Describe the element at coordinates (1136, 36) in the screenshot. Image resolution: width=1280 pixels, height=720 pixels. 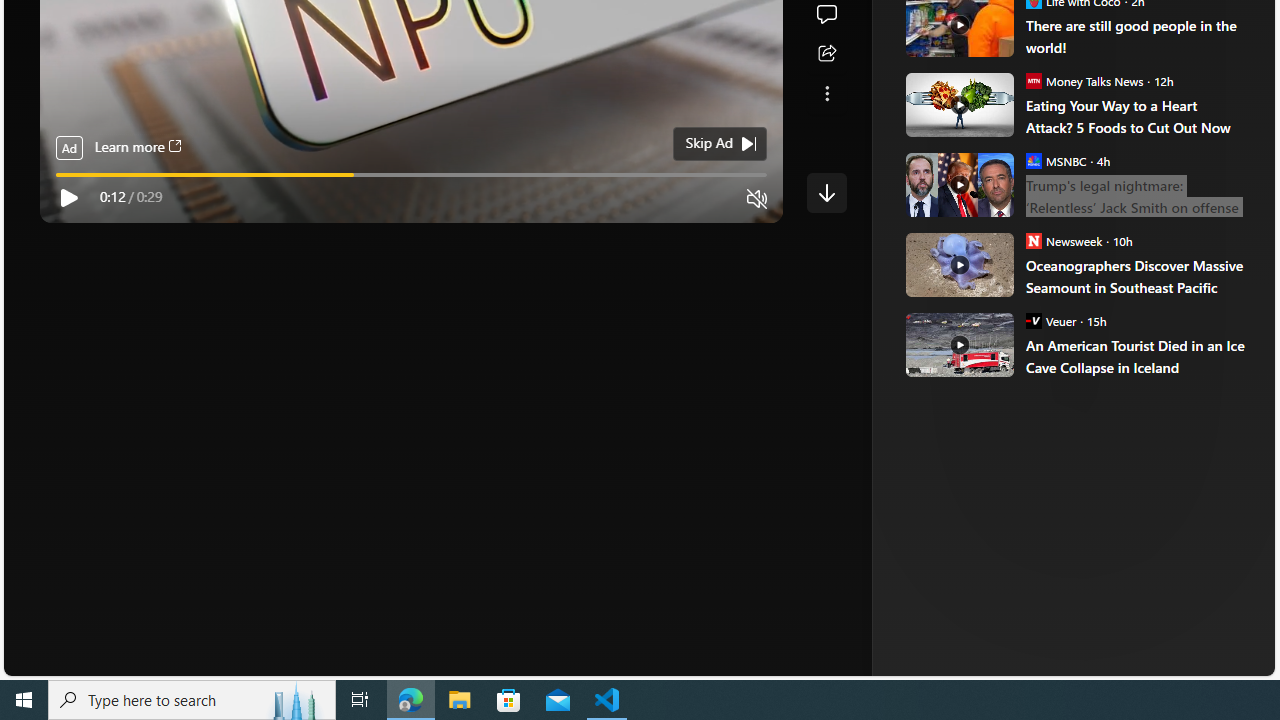
I see `'There are still good people in the world!'` at that location.